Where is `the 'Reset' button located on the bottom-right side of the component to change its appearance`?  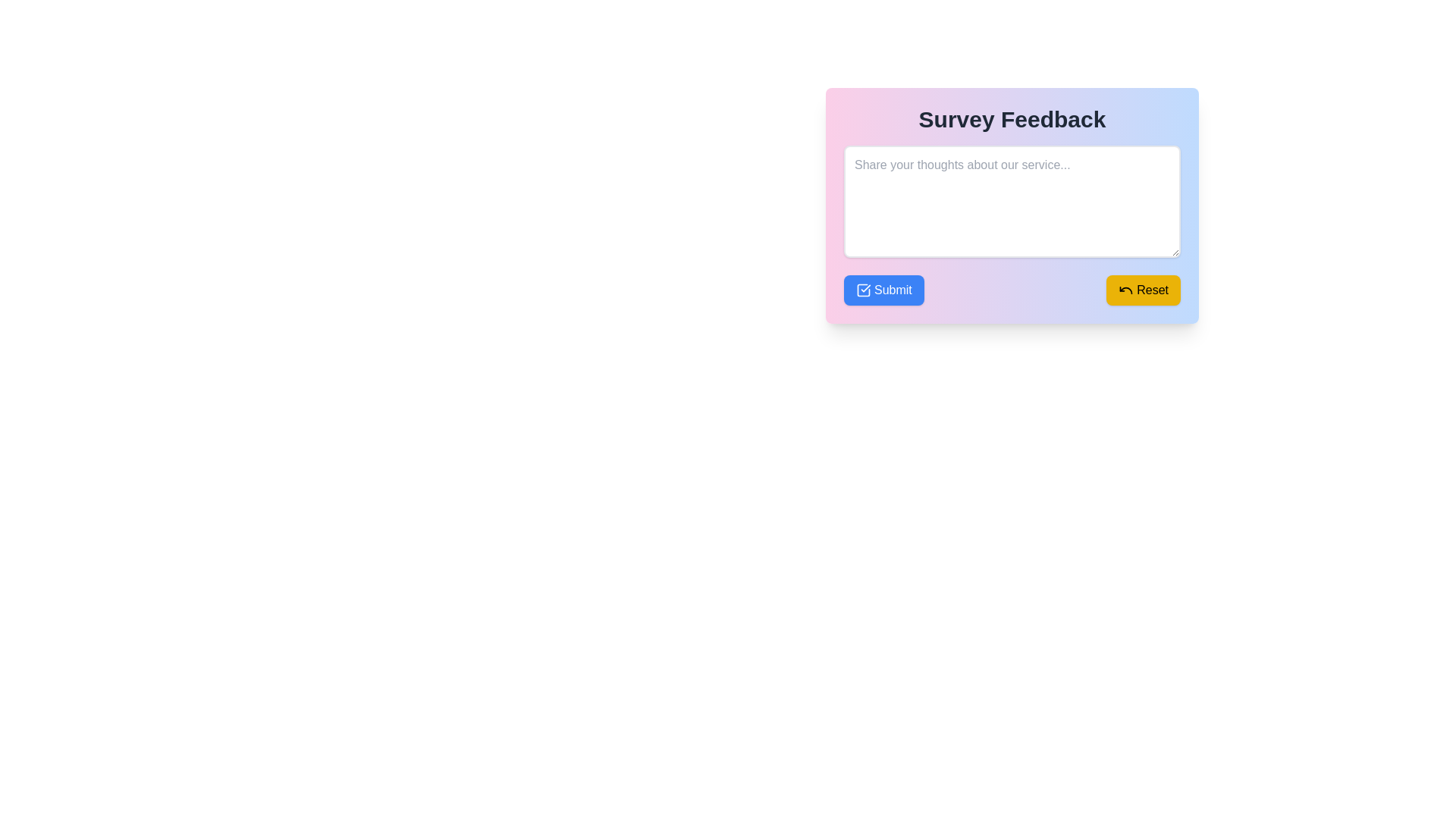
the 'Reset' button located on the bottom-right side of the component to change its appearance is located at coordinates (1144, 290).